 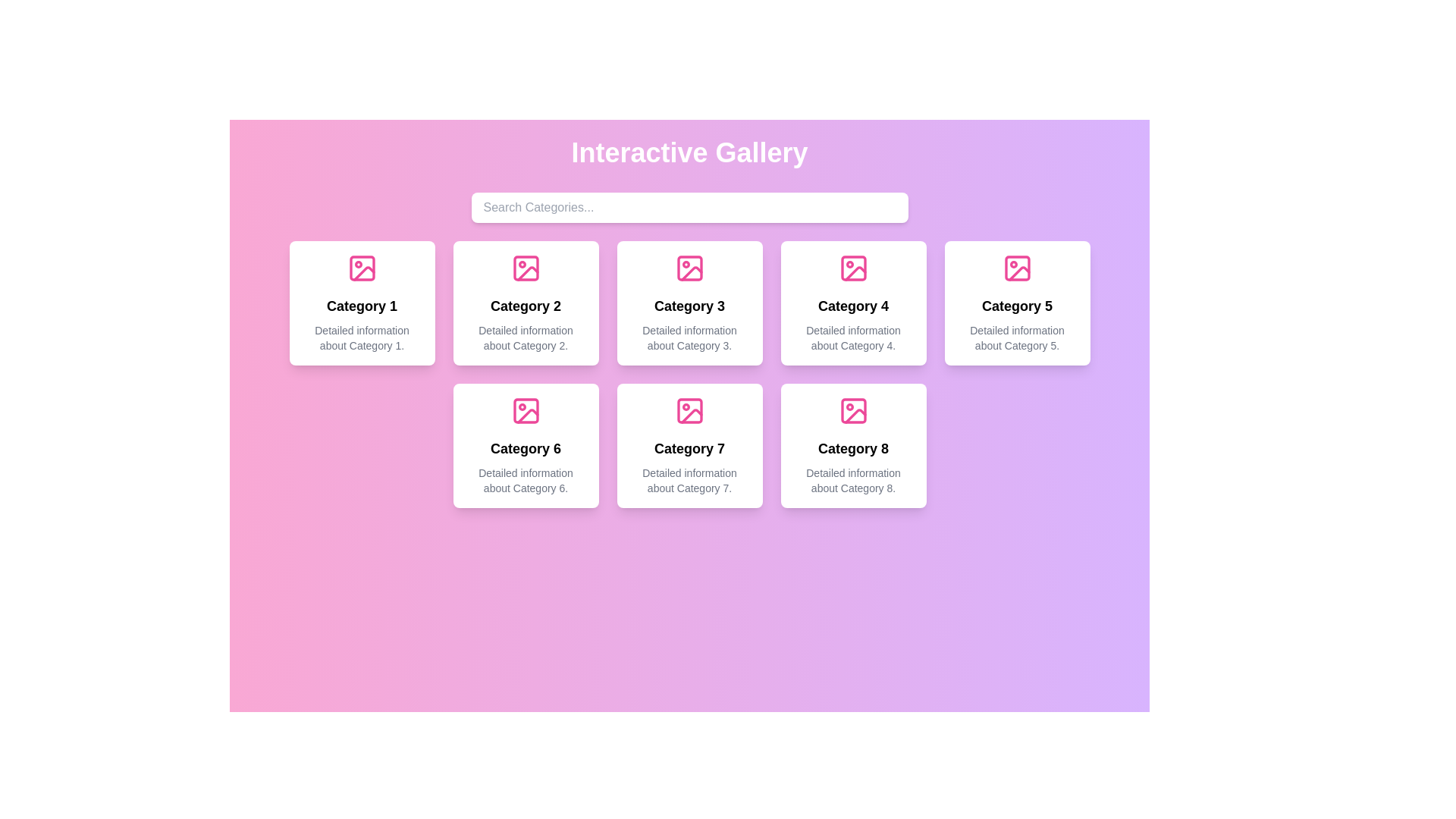 What do you see at coordinates (689, 268) in the screenshot?
I see `the decorative icon representing the 'Category 3' card, which is positioned at the top-center of the card above the title and description text` at bounding box center [689, 268].